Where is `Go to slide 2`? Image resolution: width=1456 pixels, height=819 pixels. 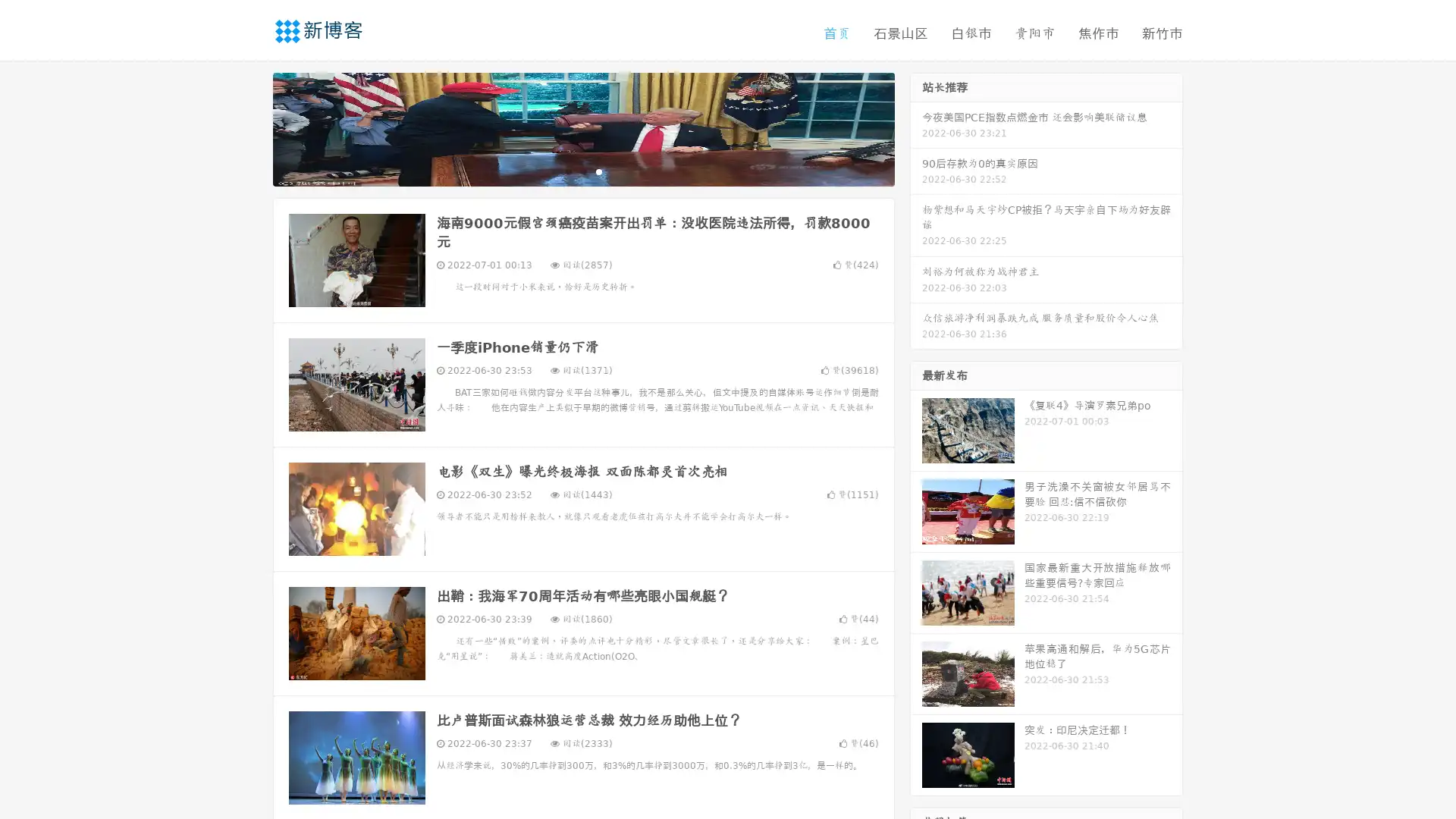 Go to slide 2 is located at coordinates (582, 171).